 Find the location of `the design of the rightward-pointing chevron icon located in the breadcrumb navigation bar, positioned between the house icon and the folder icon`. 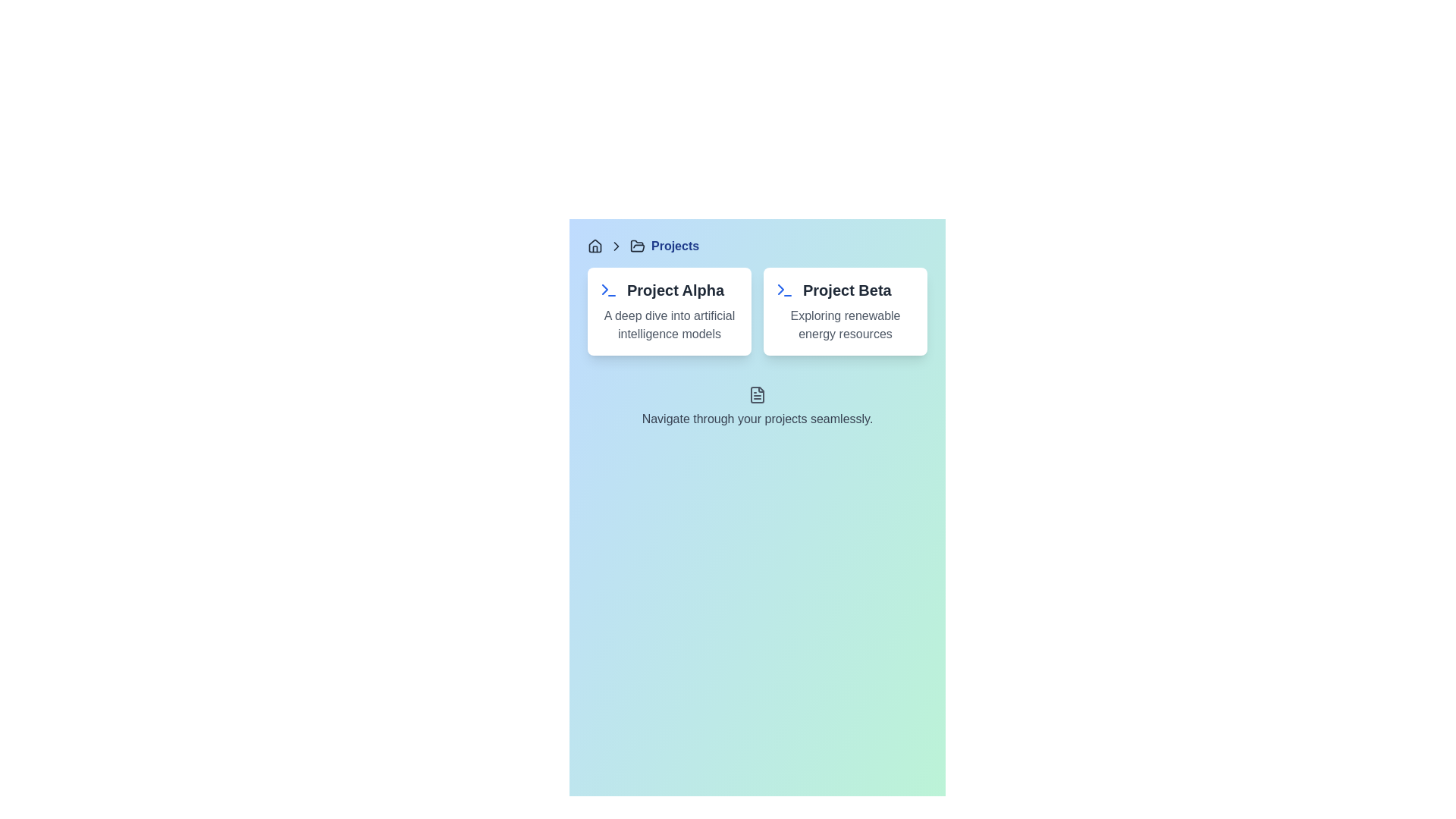

the design of the rightward-pointing chevron icon located in the breadcrumb navigation bar, positioned between the house icon and the folder icon is located at coordinates (616, 245).